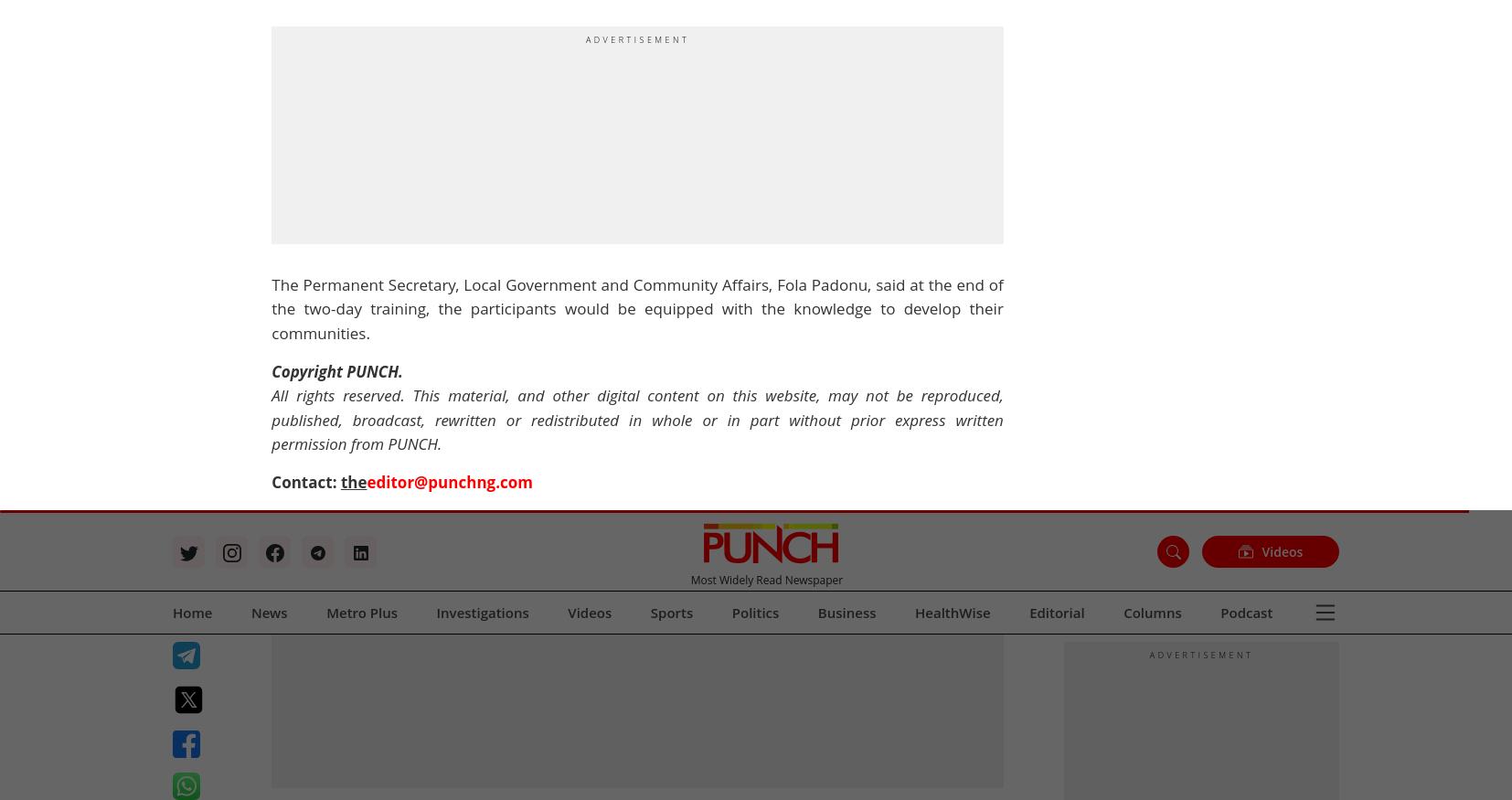  What do you see at coordinates (614, 121) in the screenshot?
I see `'Panorama'` at bounding box center [614, 121].